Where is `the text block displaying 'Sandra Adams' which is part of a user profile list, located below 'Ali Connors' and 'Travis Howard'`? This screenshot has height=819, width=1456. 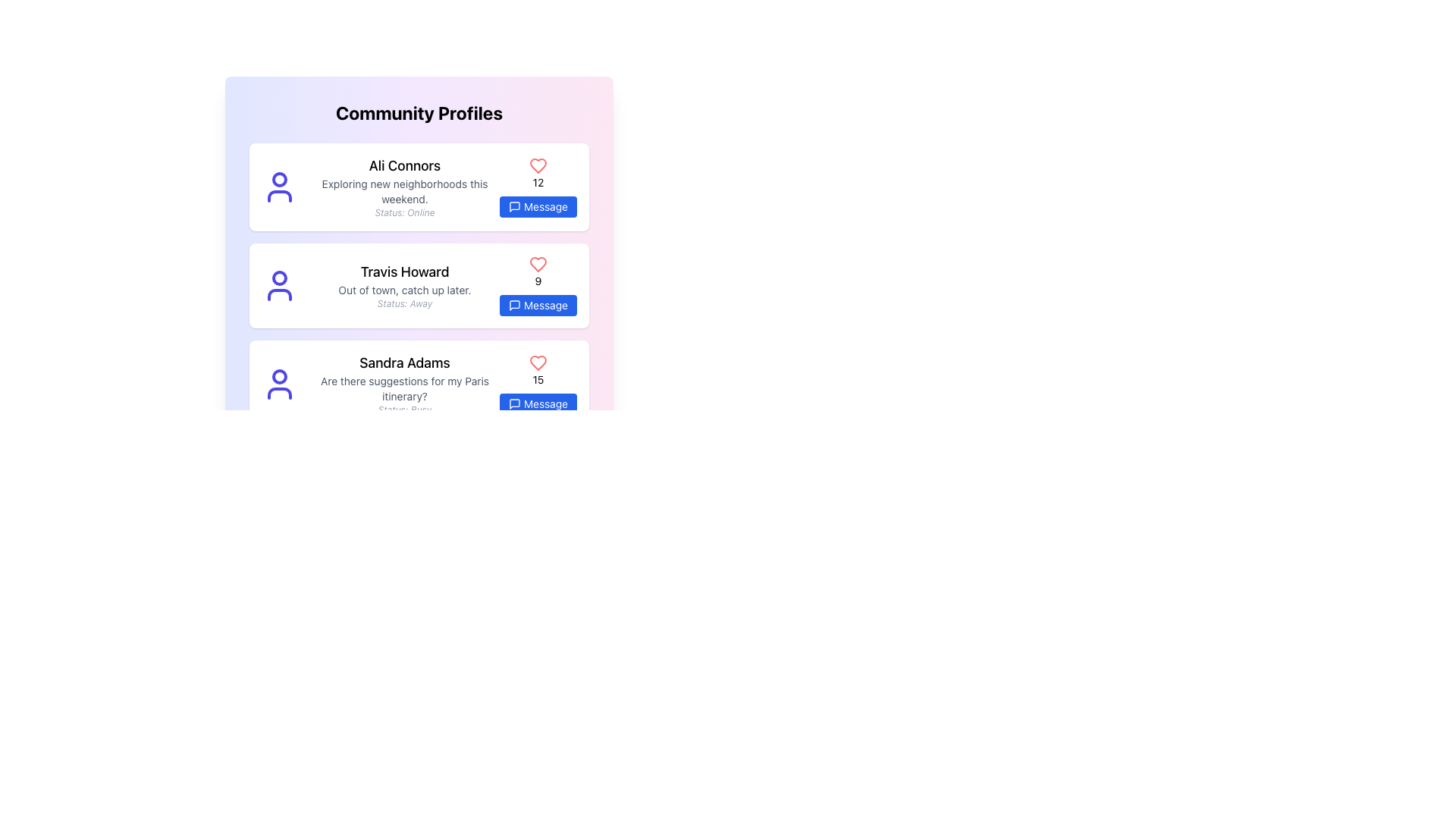 the text block displaying 'Sandra Adams' which is part of a user profile list, located below 'Ali Connors' and 'Travis Howard' is located at coordinates (404, 383).